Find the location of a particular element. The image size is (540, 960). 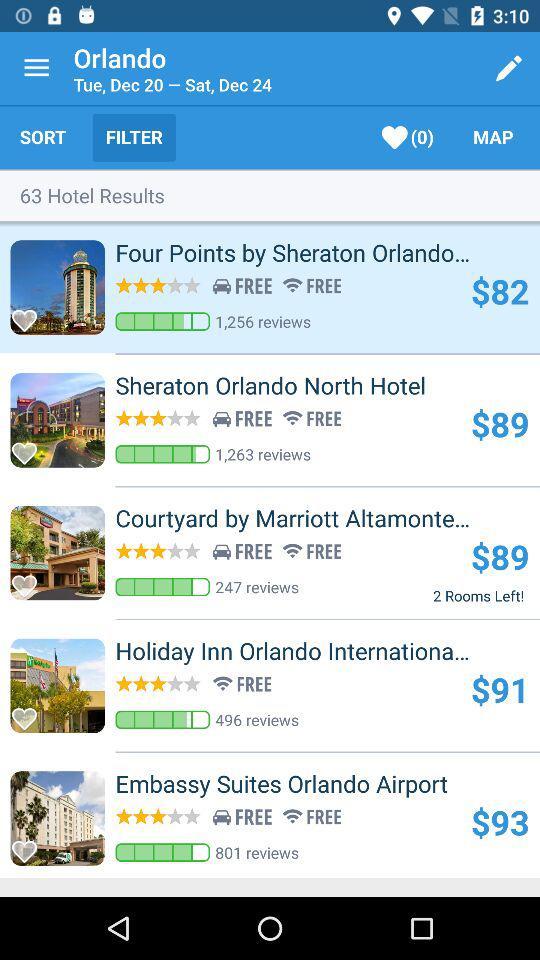

icon to the right of (0) icon is located at coordinates (492, 136).